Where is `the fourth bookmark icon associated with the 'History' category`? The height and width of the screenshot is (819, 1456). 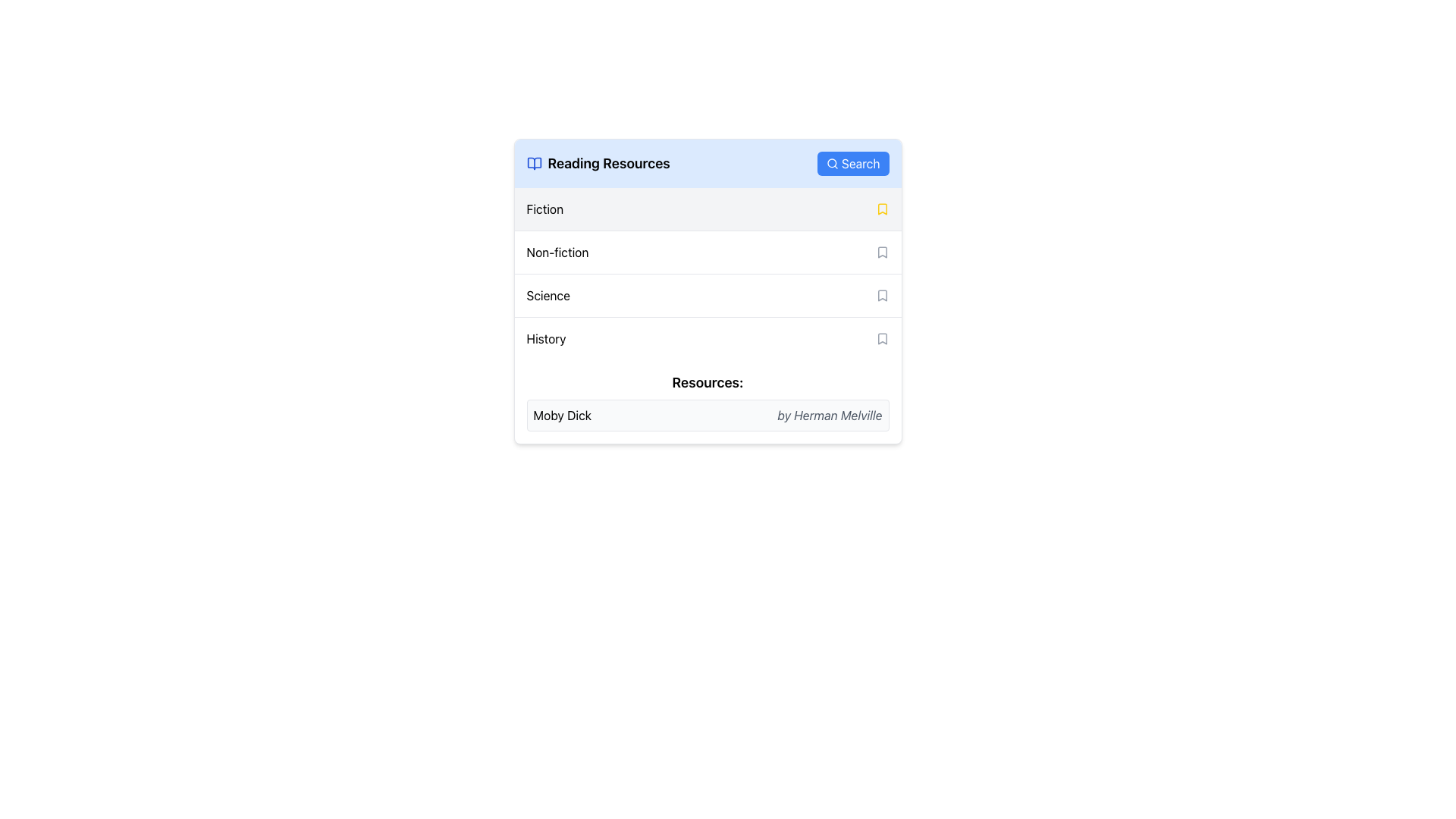
the fourth bookmark icon associated with the 'History' category is located at coordinates (882, 338).